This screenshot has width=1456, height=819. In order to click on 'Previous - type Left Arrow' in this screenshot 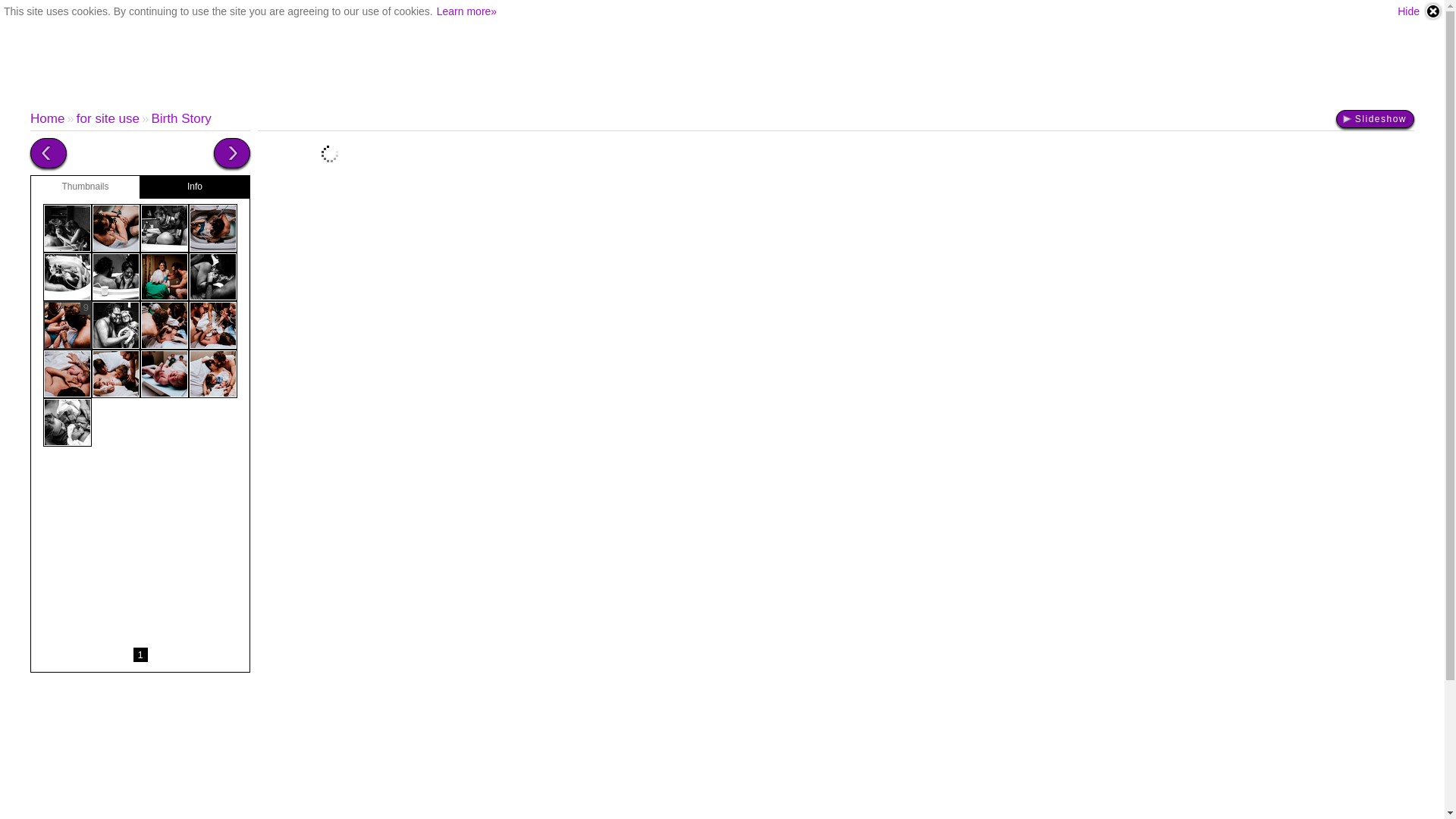, I will do `click(48, 152)`.